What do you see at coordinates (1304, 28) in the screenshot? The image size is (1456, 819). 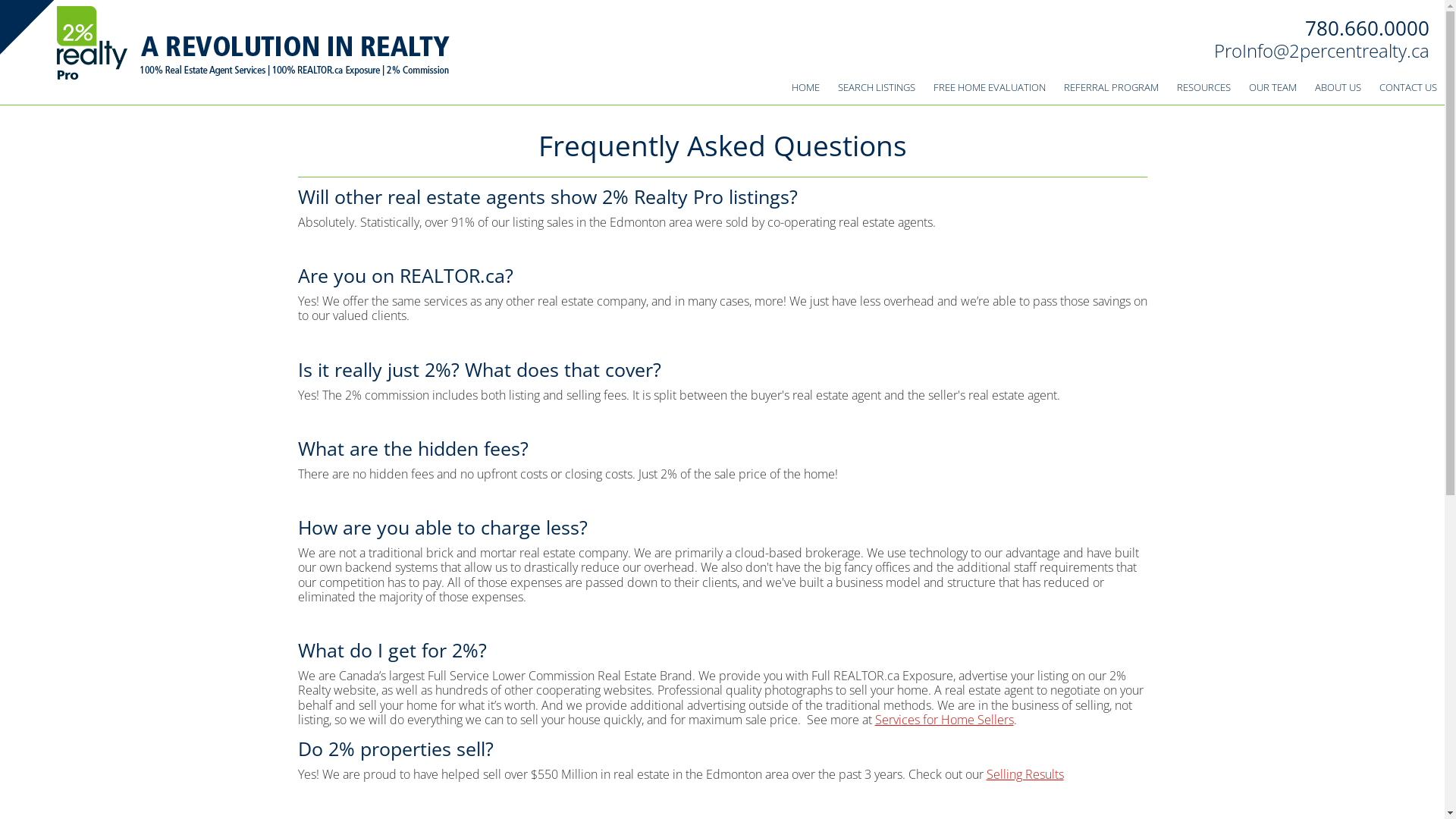 I see `'780.660.0000'` at bounding box center [1304, 28].